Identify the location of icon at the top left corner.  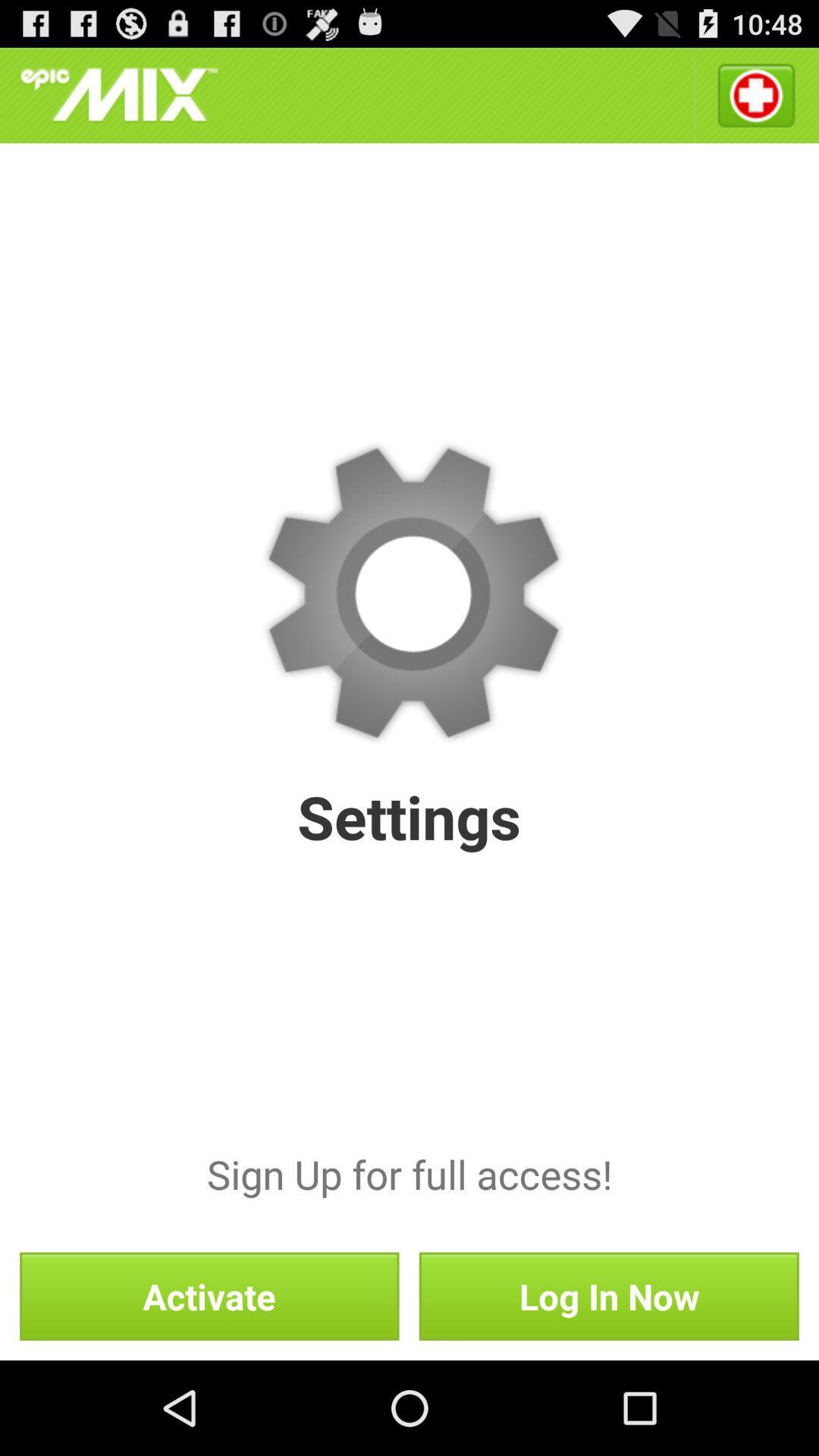
(118, 94).